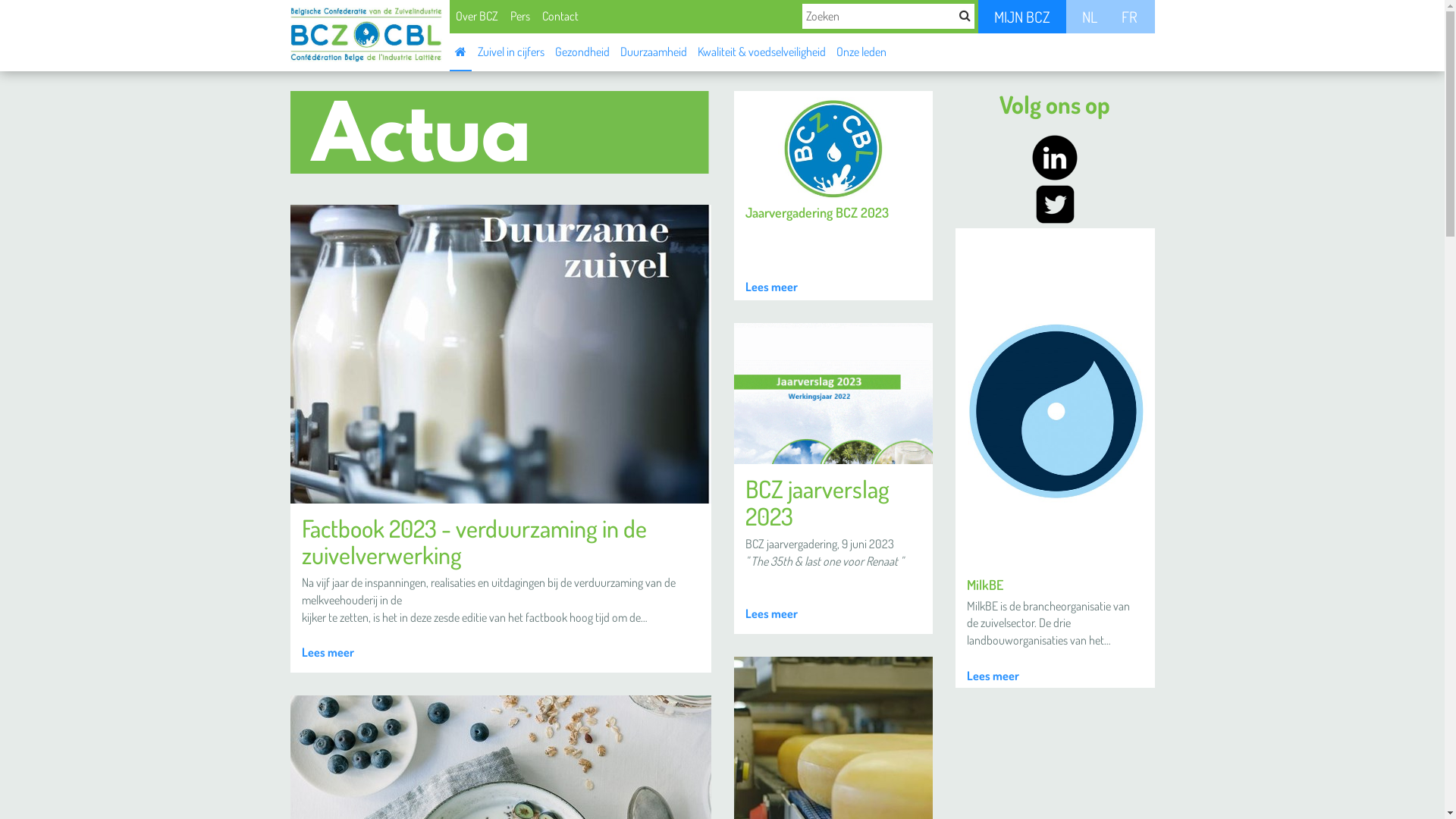 The height and width of the screenshot is (819, 1456). I want to click on 'Gezondheid', so click(548, 49).